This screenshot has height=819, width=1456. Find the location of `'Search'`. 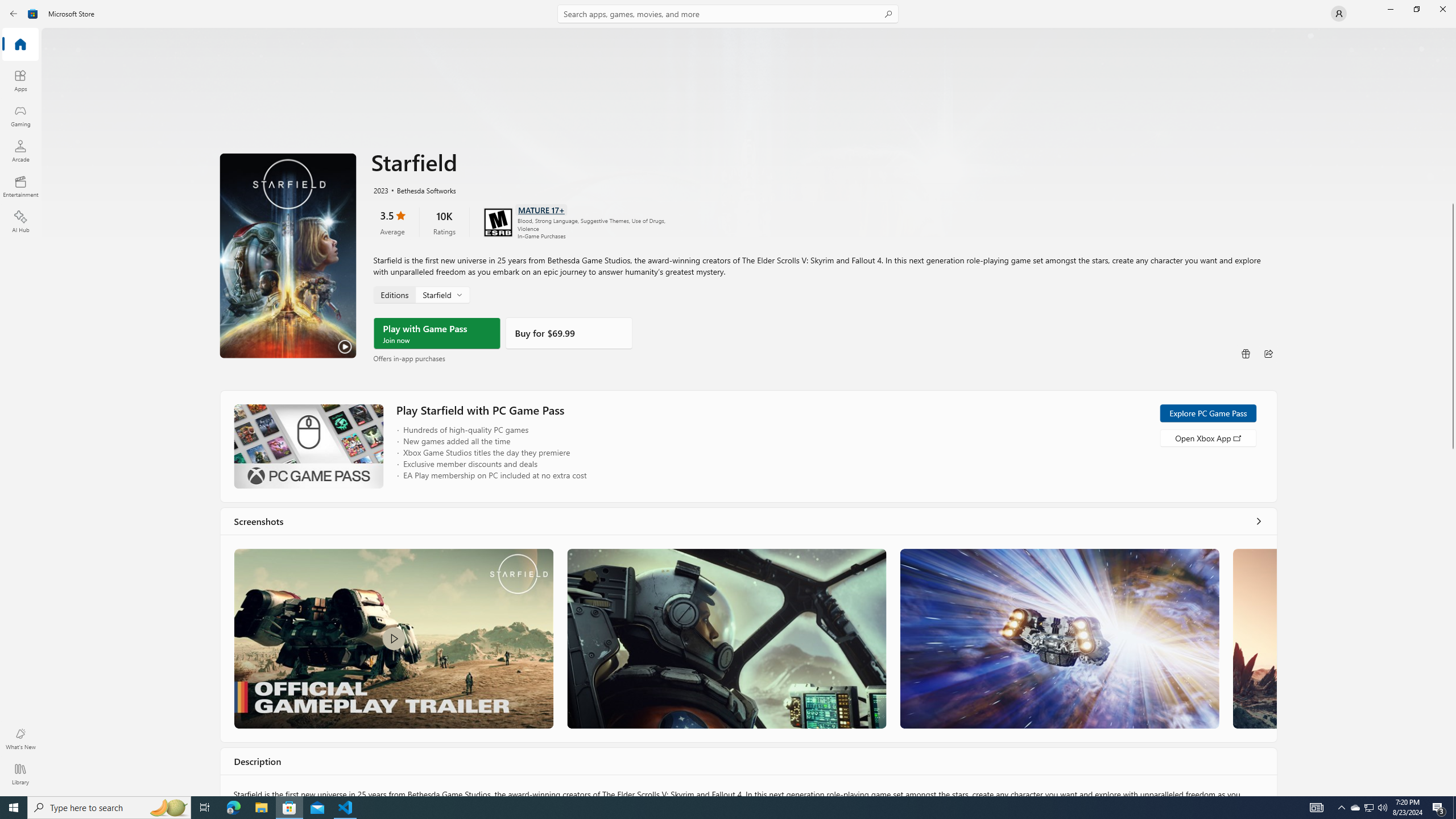

'Search' is located at coordinates (728, 13).